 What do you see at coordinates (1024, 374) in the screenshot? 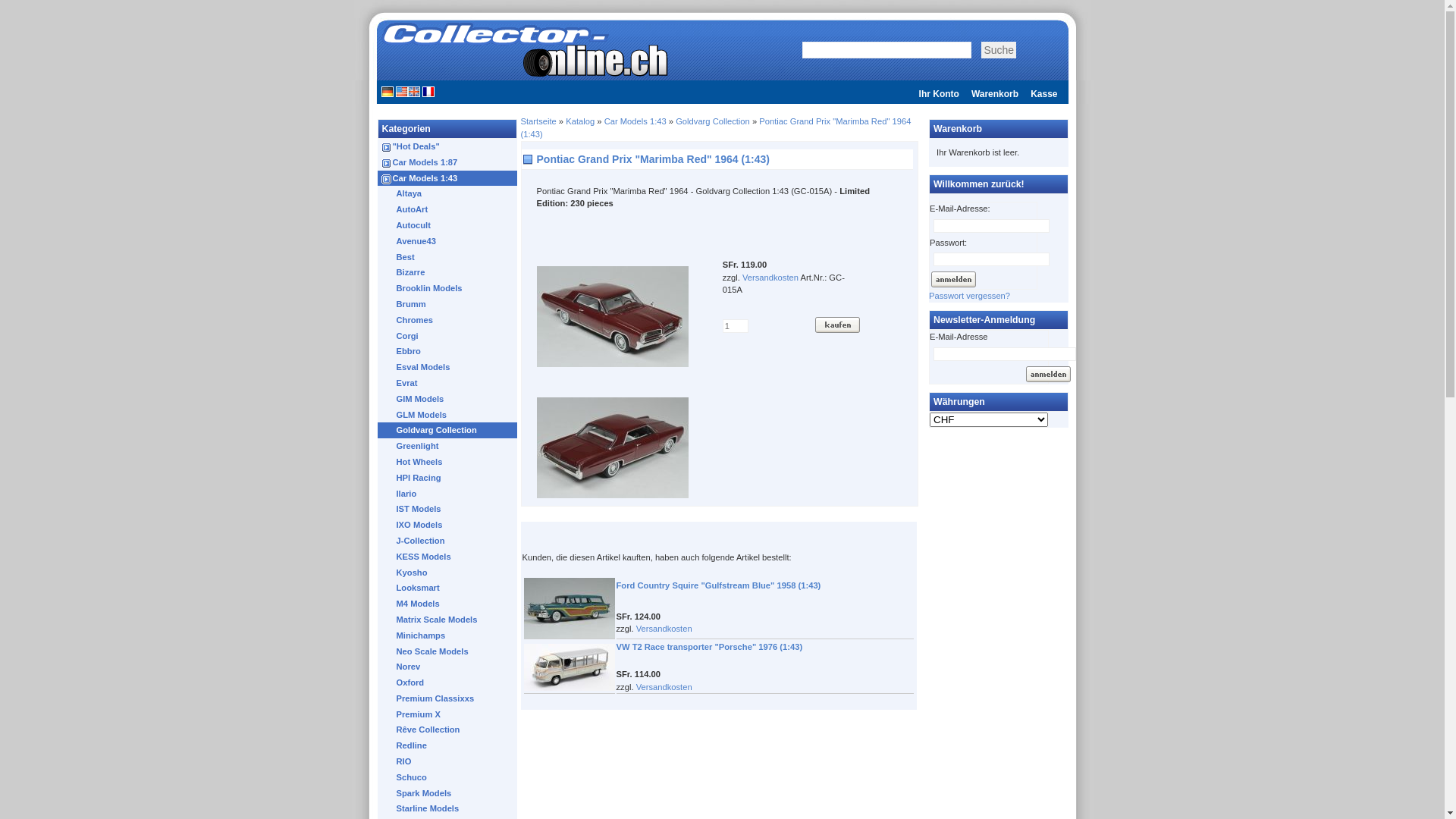
I see `' Anmelden '` at bounding box center [1024, 374].